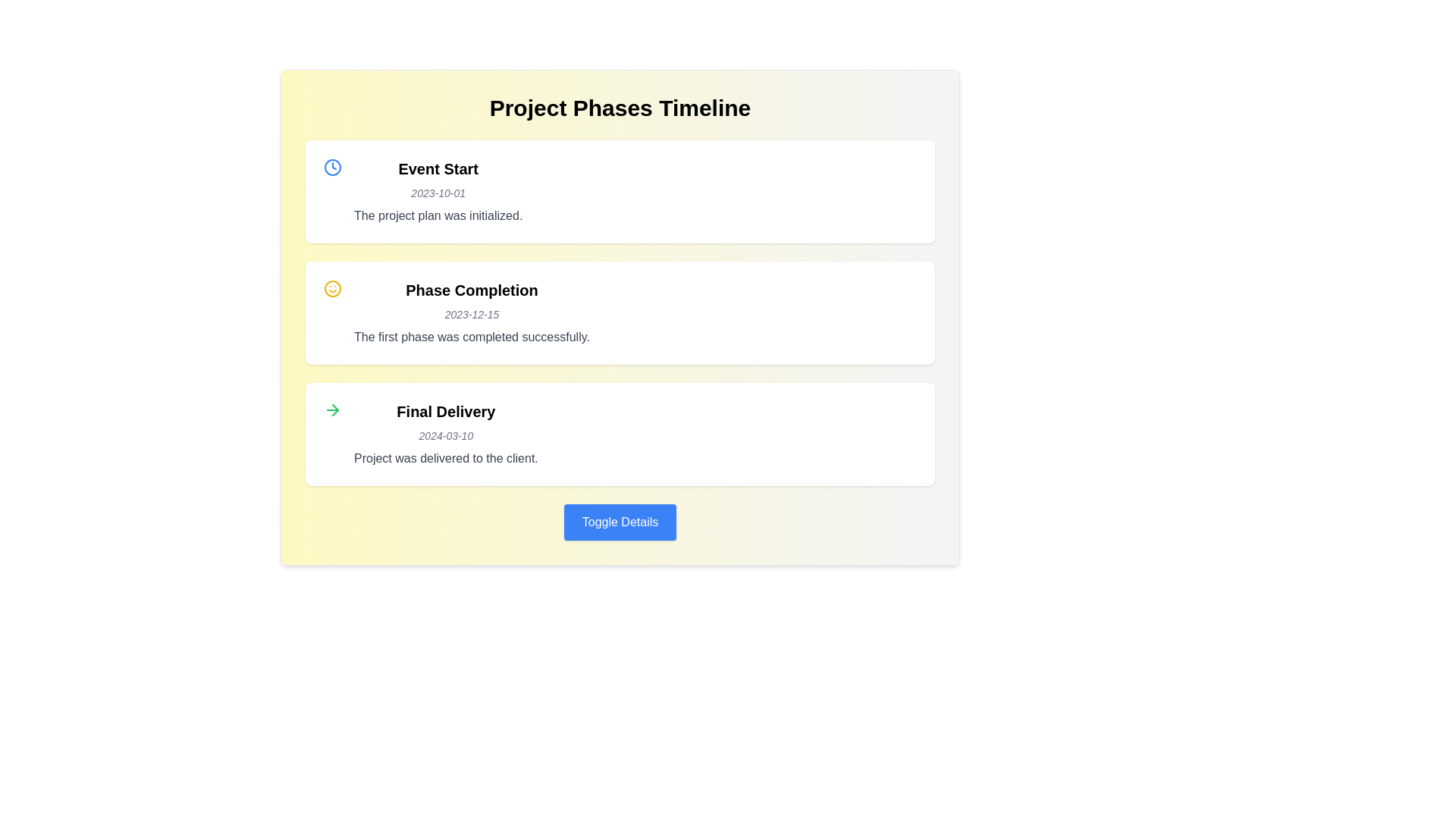  What do you see at coordinates (471, 314) in the screenshot?
I see `the text displaying the date '2023-12-15' located within the 'Phase Completion' card` at bounding box center [471, 314].